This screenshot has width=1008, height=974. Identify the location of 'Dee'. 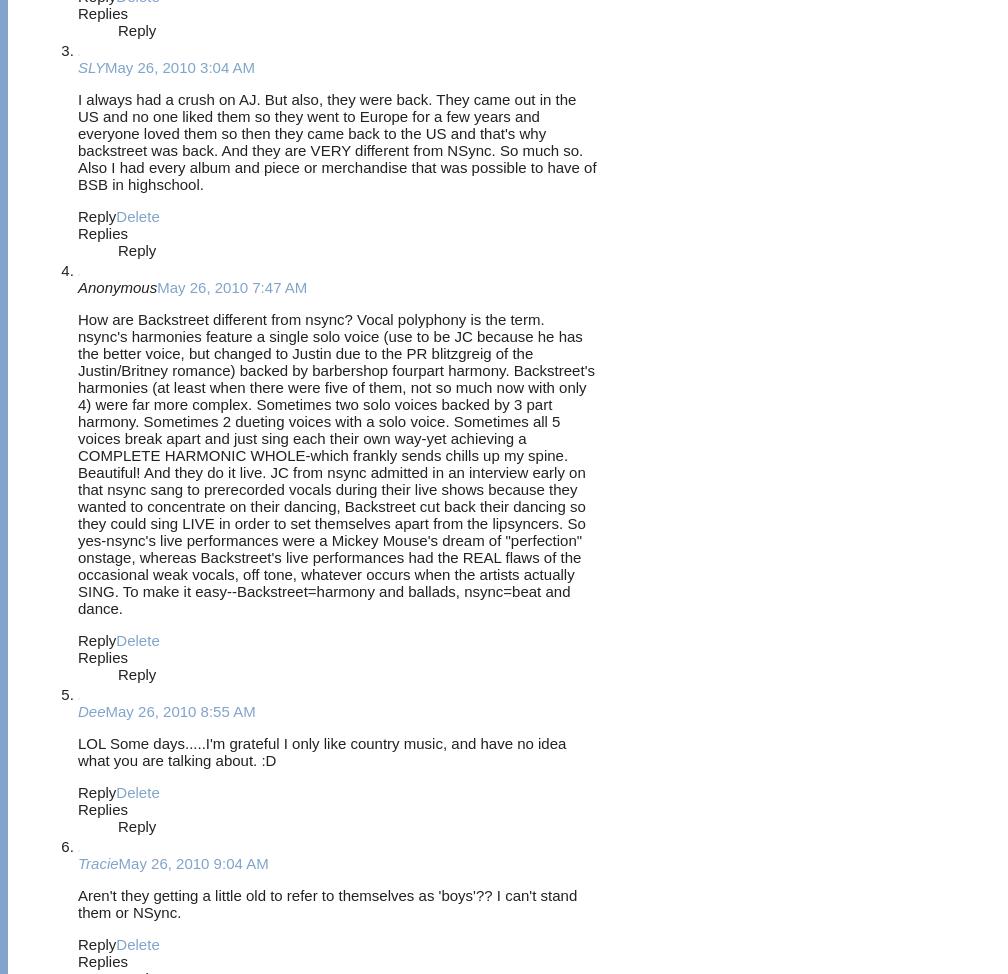
(91, 710).